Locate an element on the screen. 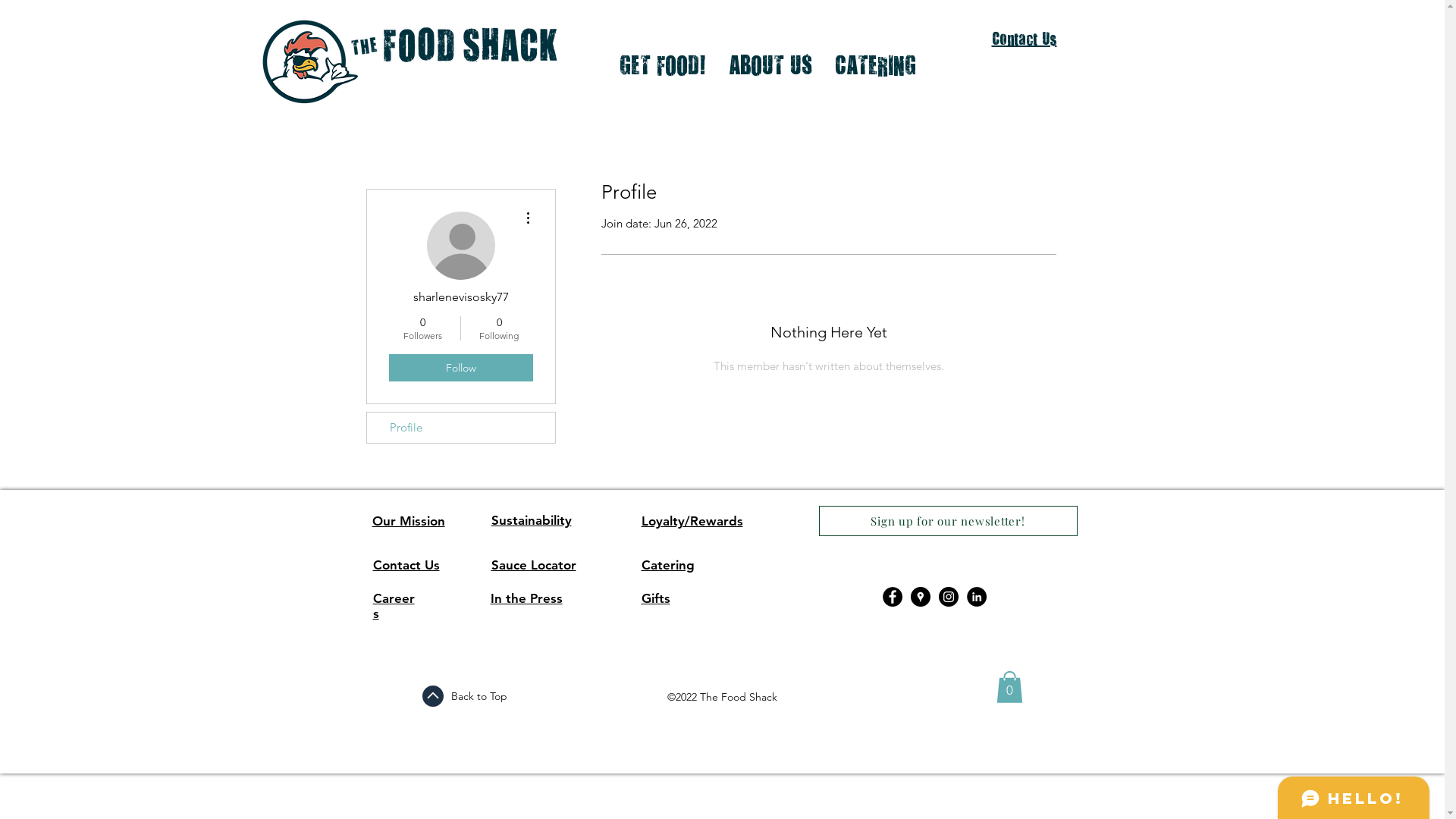  'Loyalty/Rewards' is located at coordinates (691, 519).